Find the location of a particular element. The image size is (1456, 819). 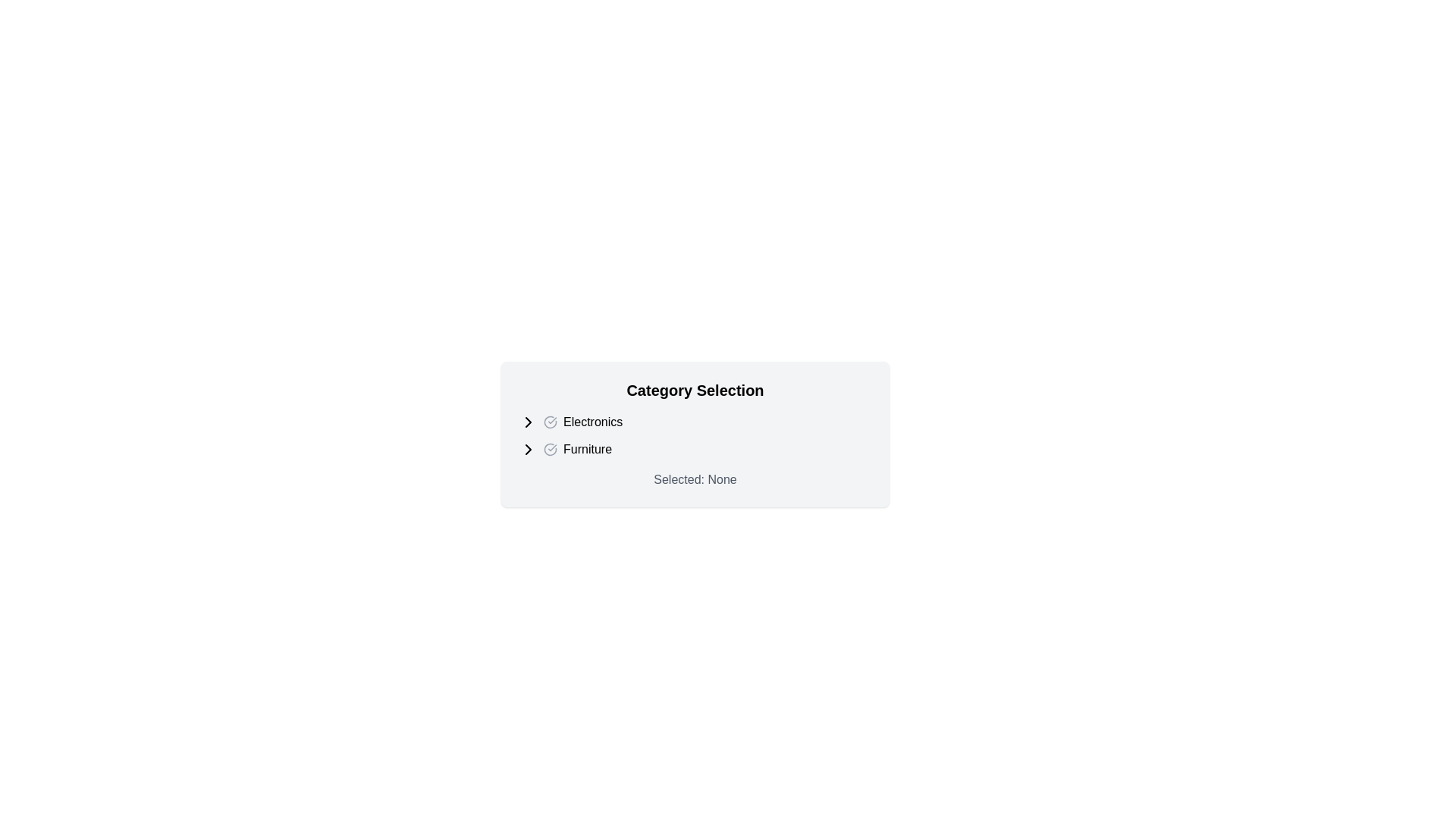

the circular checkmark icon with a gray outline located next to the text 'Furniture' in the category list is located at coordinates (549, 449).